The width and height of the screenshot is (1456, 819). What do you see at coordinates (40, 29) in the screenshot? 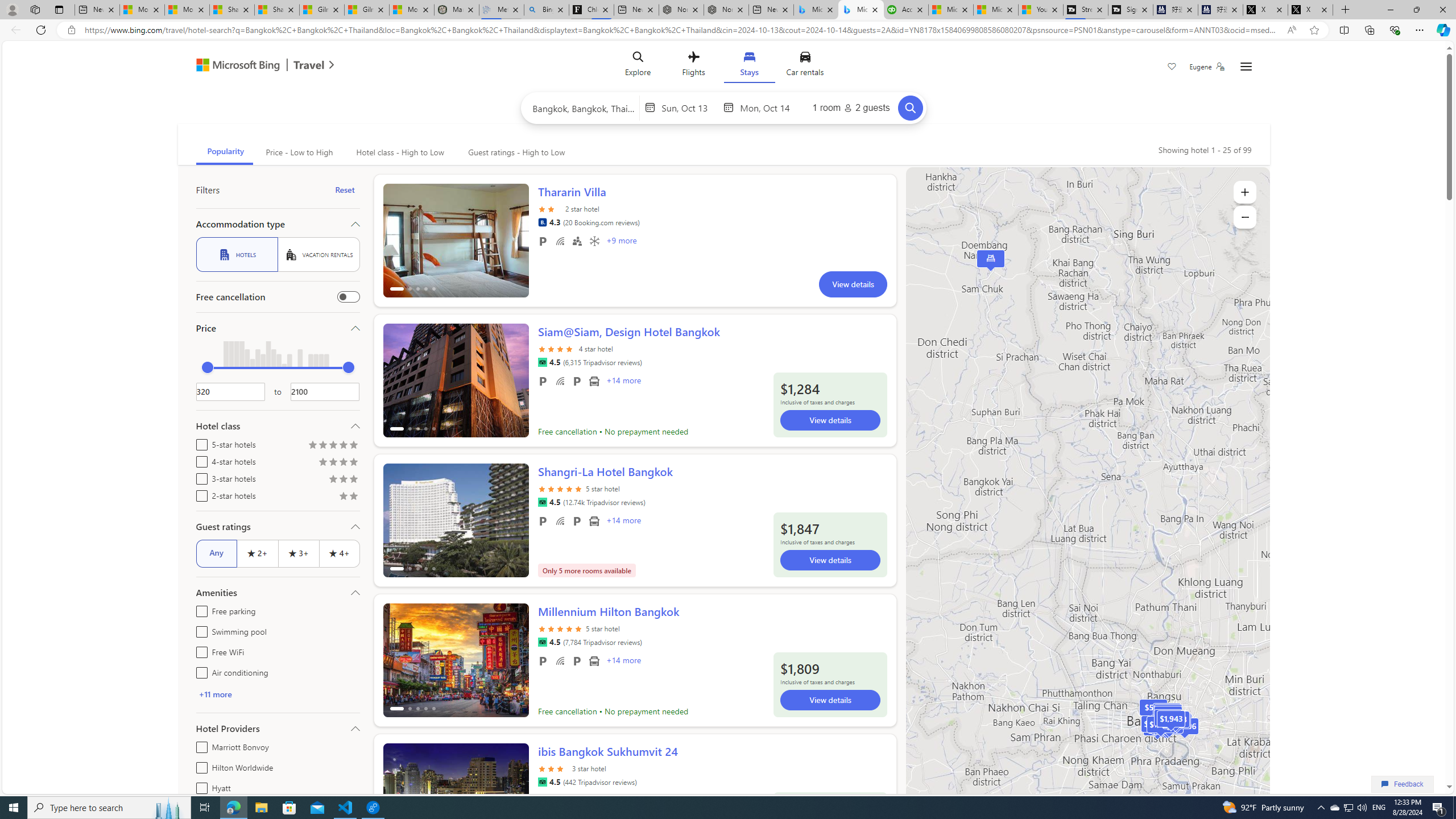
I see `'Refresh'` at bounding box center [40, 29].